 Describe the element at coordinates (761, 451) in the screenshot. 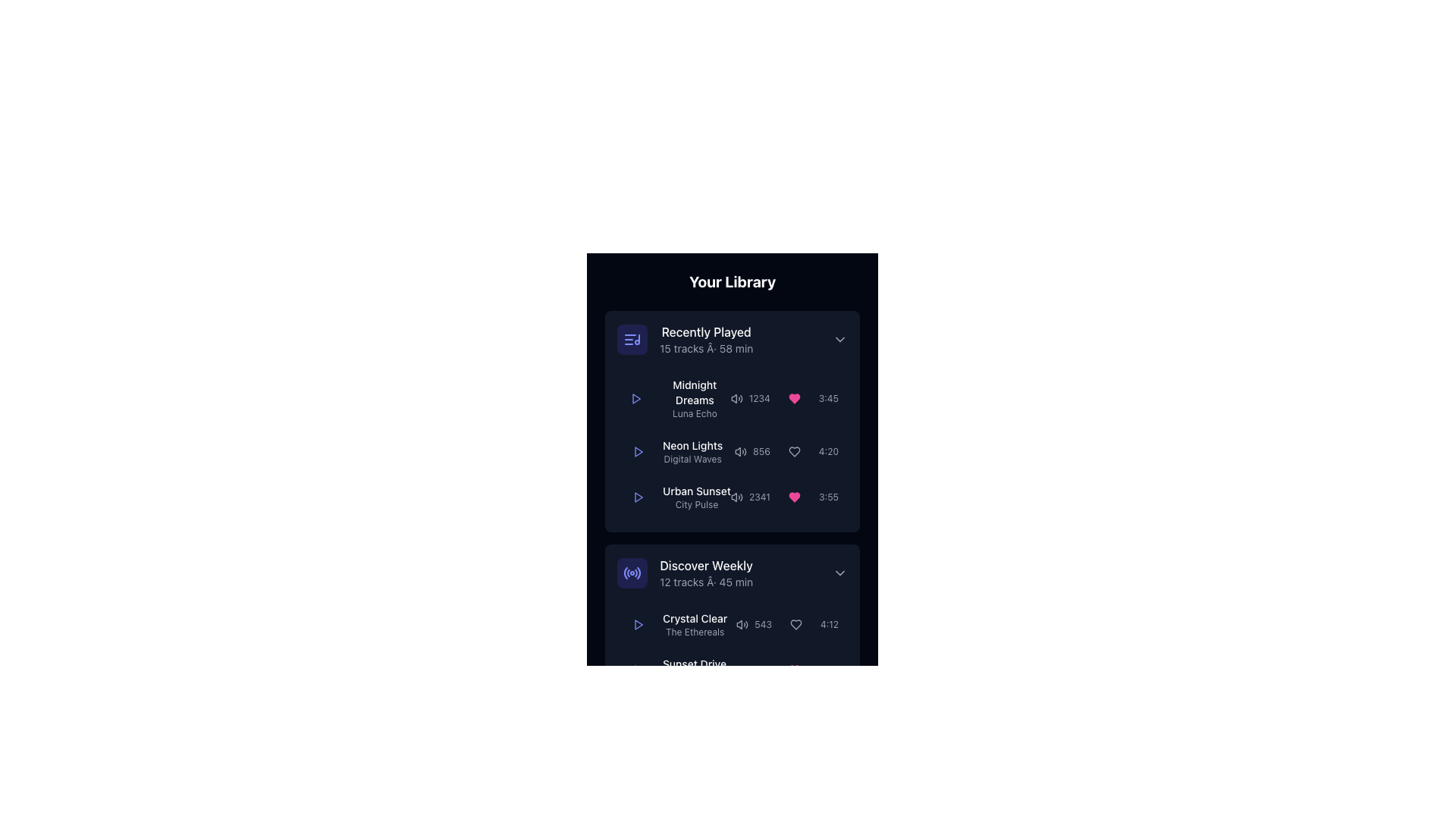

I see `the label displaying the numeric value for the song 'Neon Lights' in the 'Recently Played' section, located to the right of the volume icon` at that location.